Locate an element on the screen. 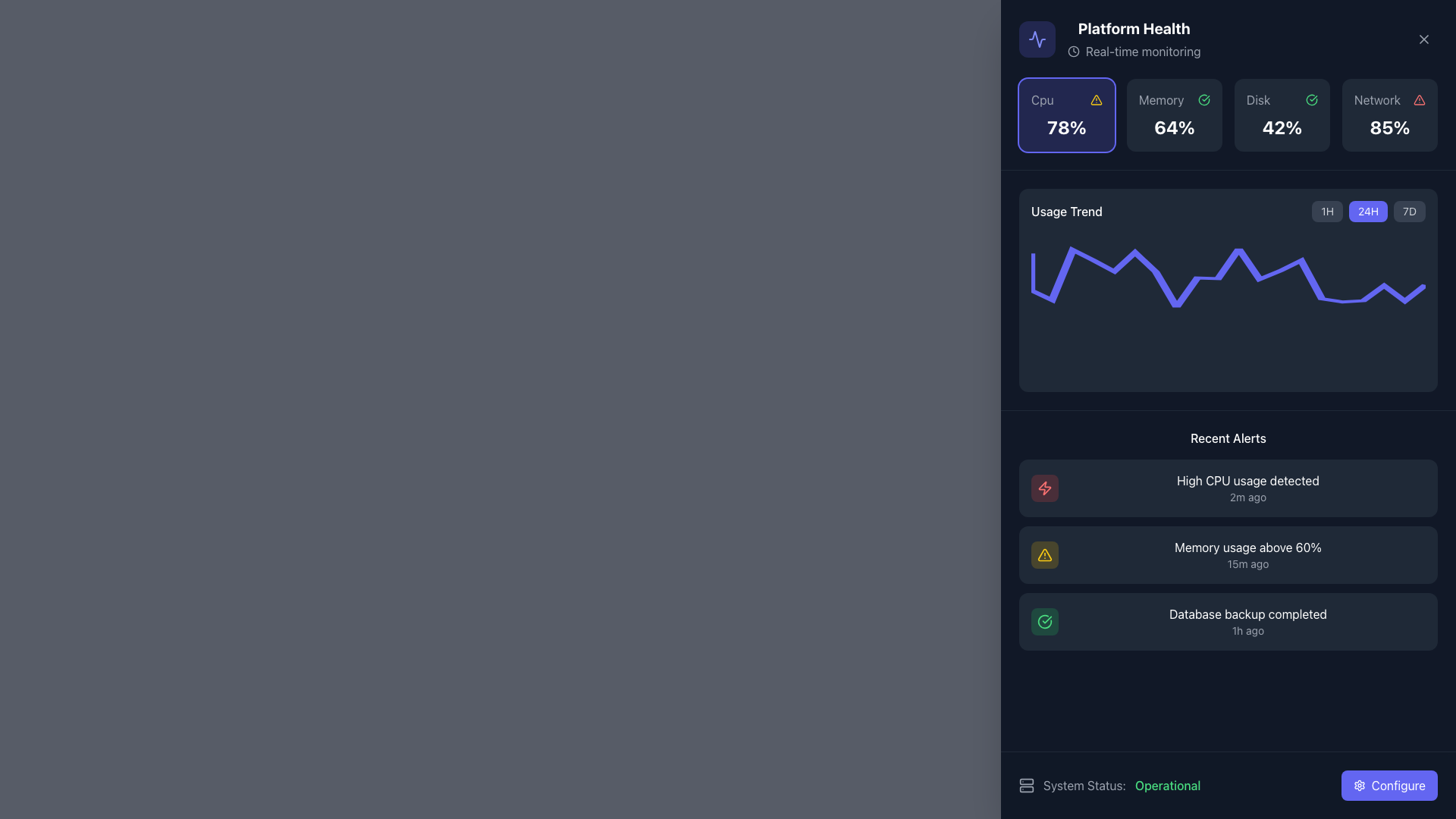  the alert icon next to the 'Memory usage above 60%' text in the Recent Alerts list to interact or navigate to related information is located at coordinates (1043, 555).